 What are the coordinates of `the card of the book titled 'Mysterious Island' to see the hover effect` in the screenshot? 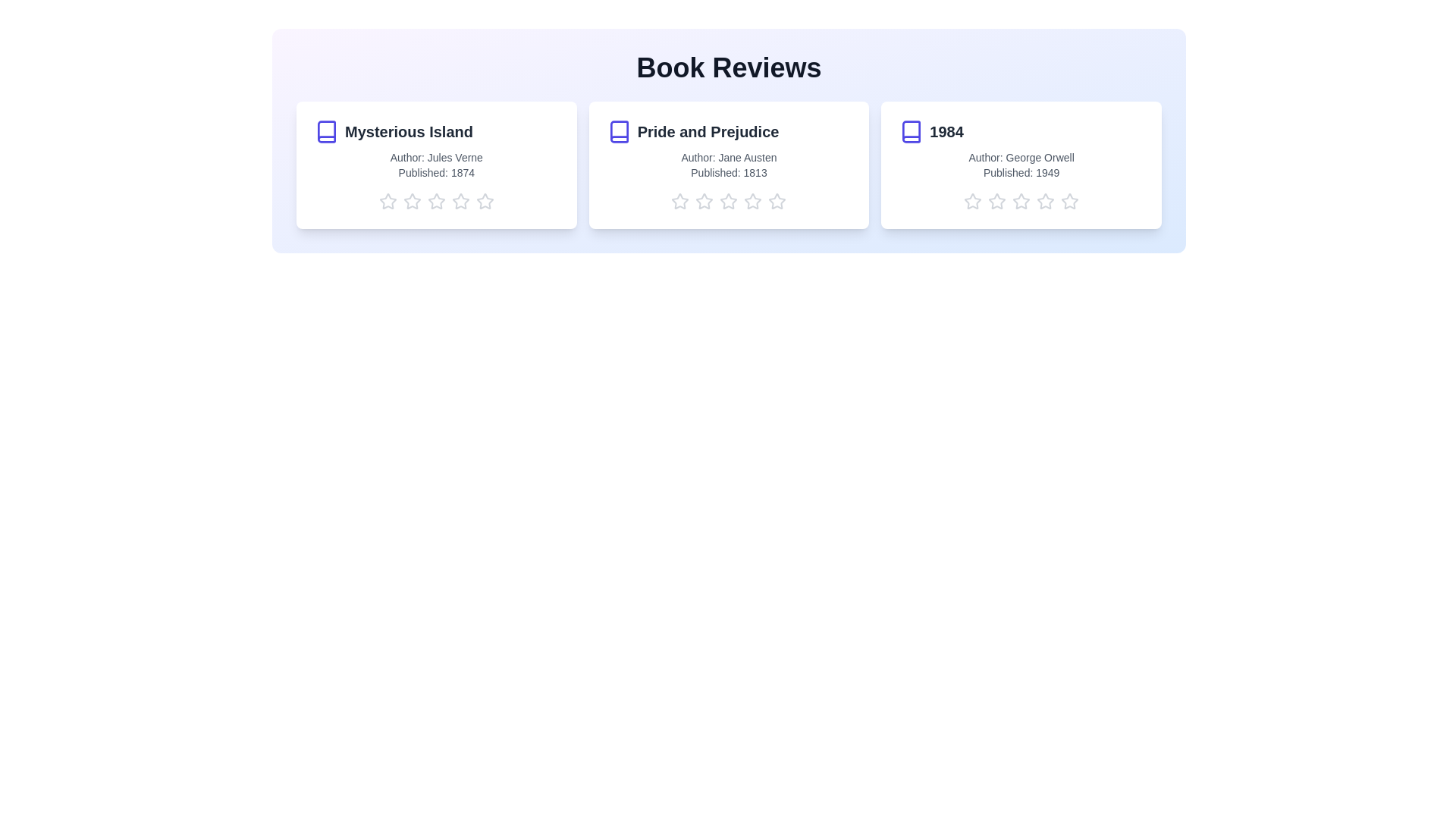 It's located at (435, 165).